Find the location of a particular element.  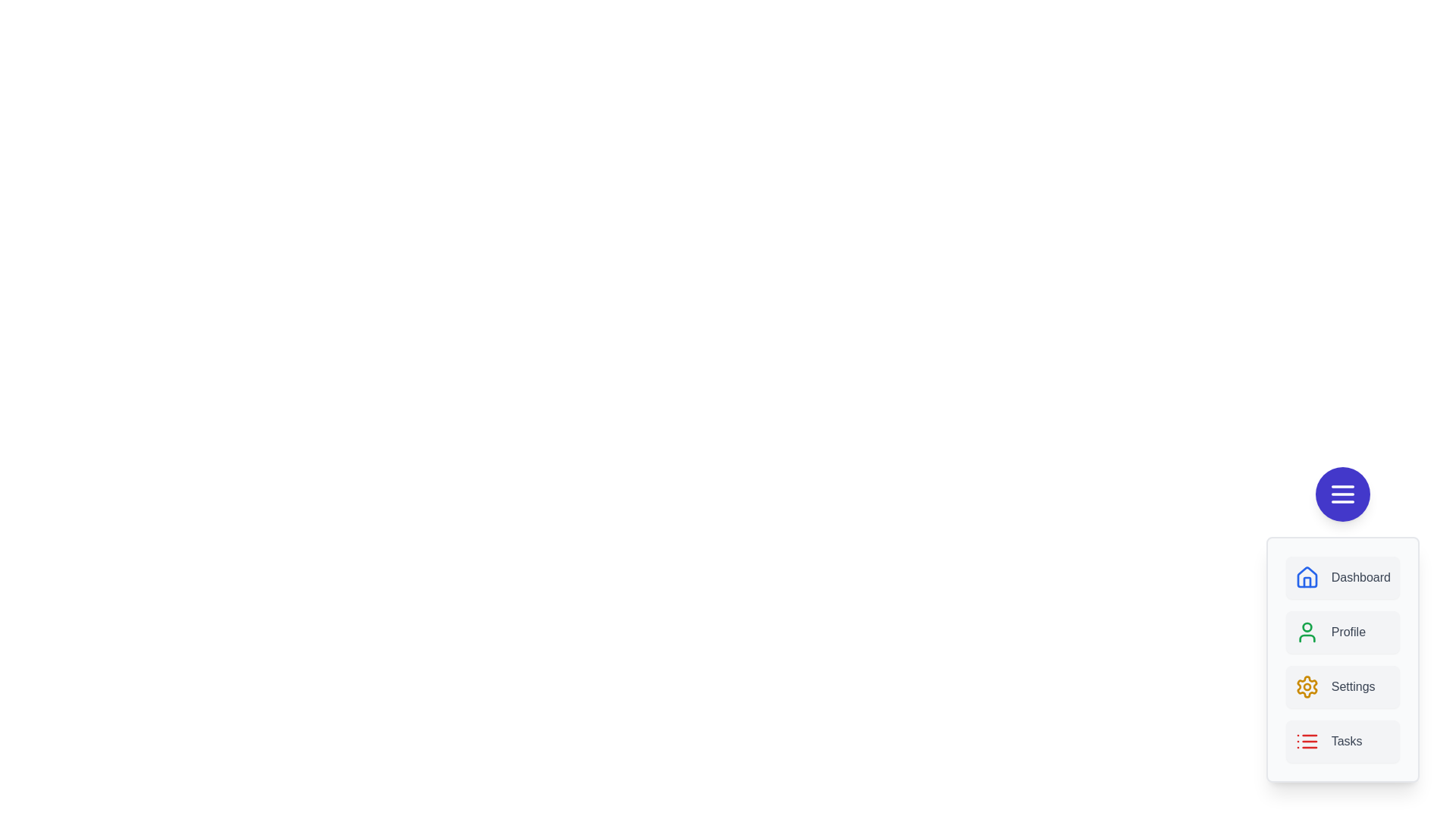

the menu item labeled Settings to observe visual feedback is located at coordinates (1342, 687).